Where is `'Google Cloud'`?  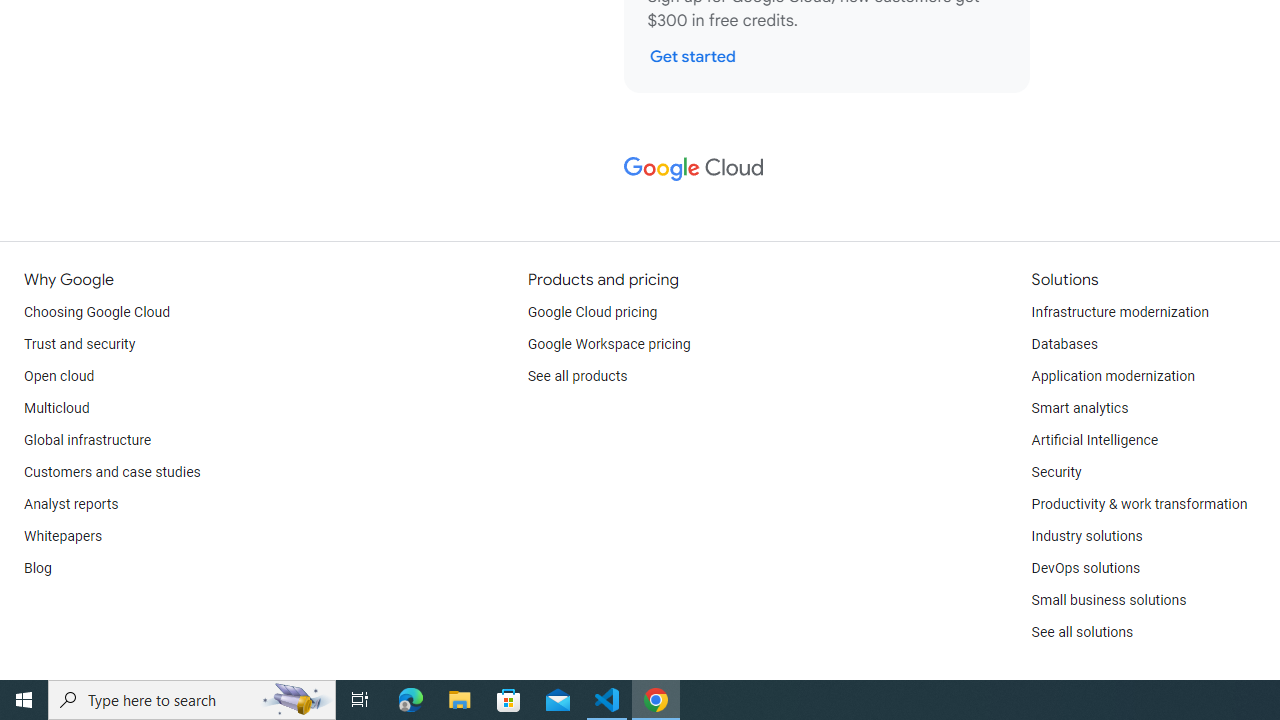
'Google Cloud' is located at coordinates (693, 167).